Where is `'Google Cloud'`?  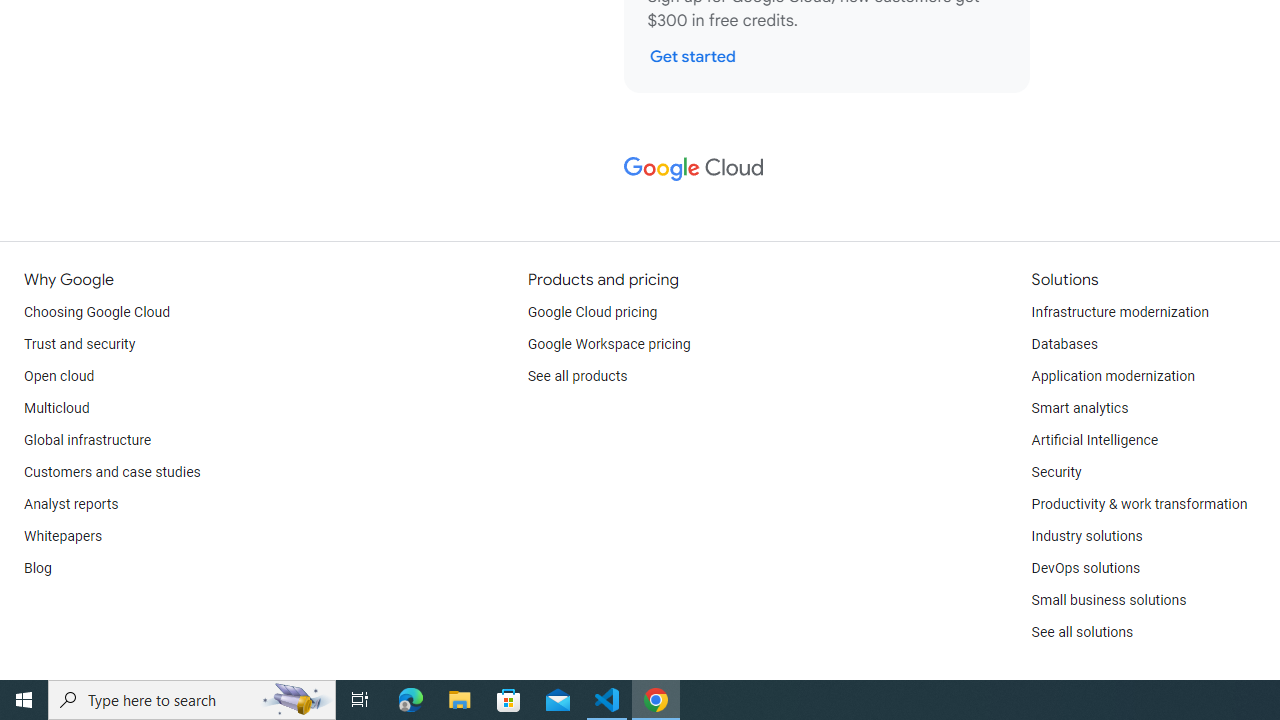
'Google Cloud' is located at coordinates (693, 167).